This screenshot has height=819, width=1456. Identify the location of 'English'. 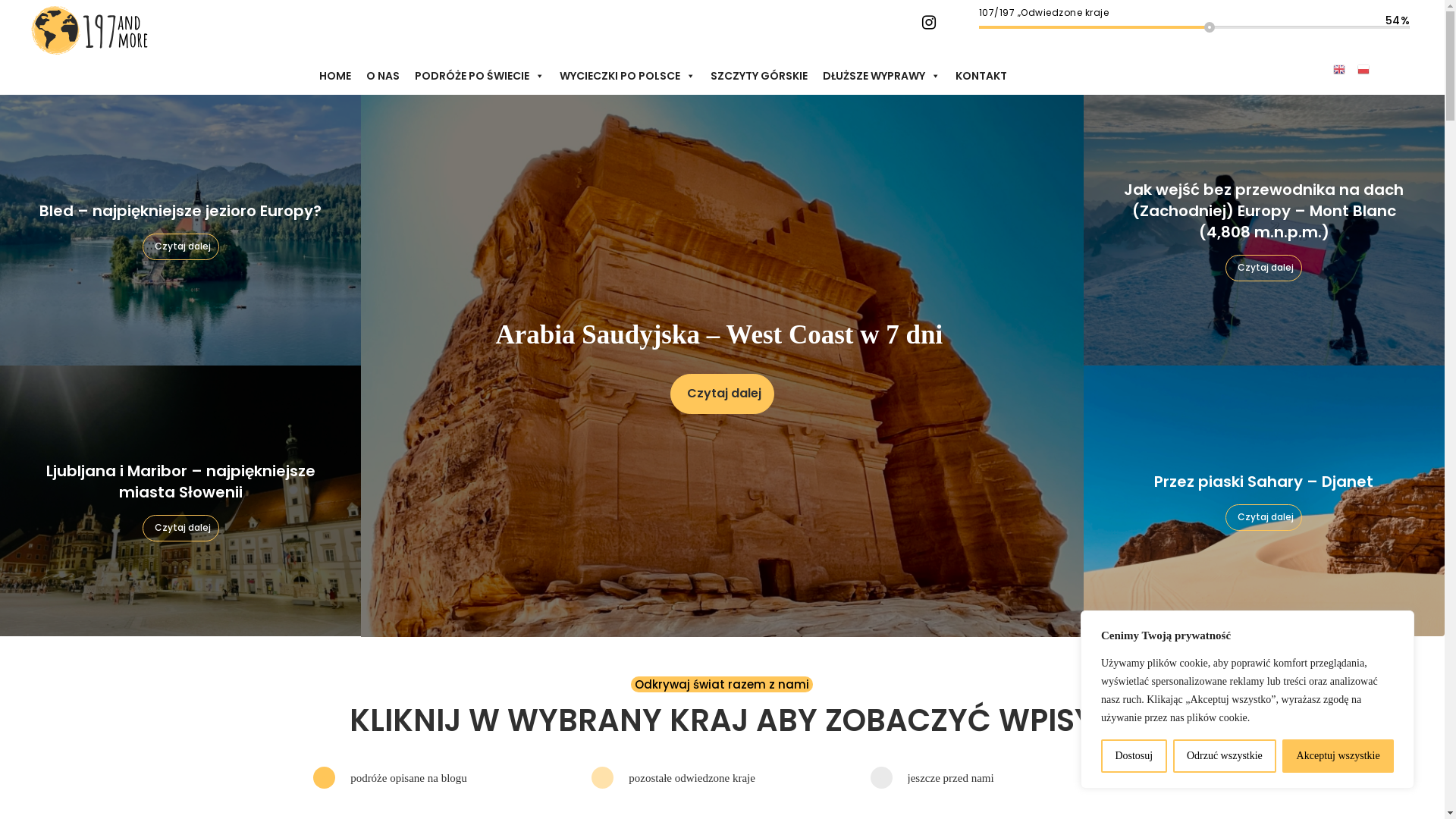
(1339, 68).